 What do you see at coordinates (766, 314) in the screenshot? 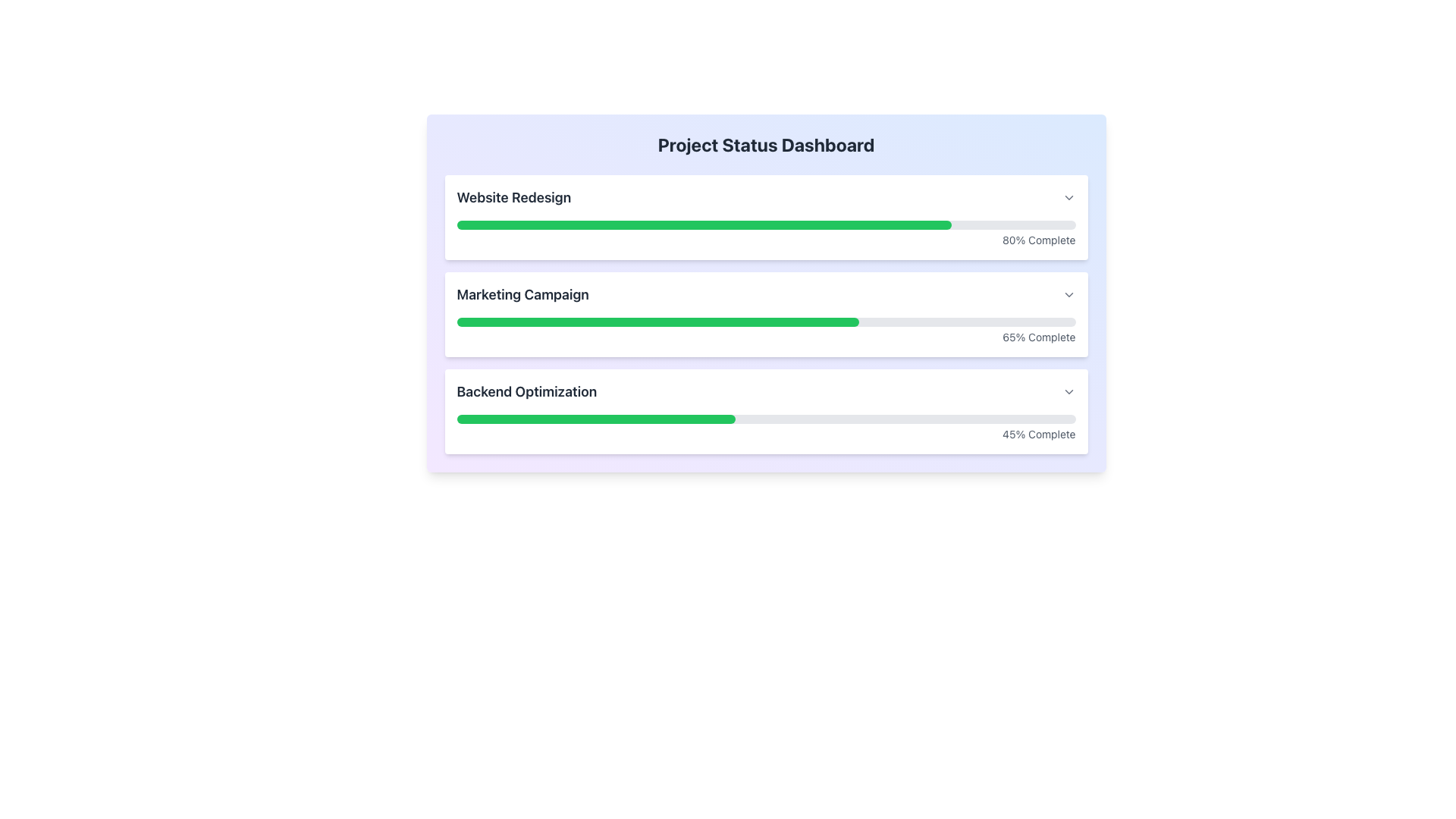
I see `progress details from the Grouped Component containing three vertically arranged blocks, each representing a project with a progress bar and percentage completion` at bounding box center [766, 314].